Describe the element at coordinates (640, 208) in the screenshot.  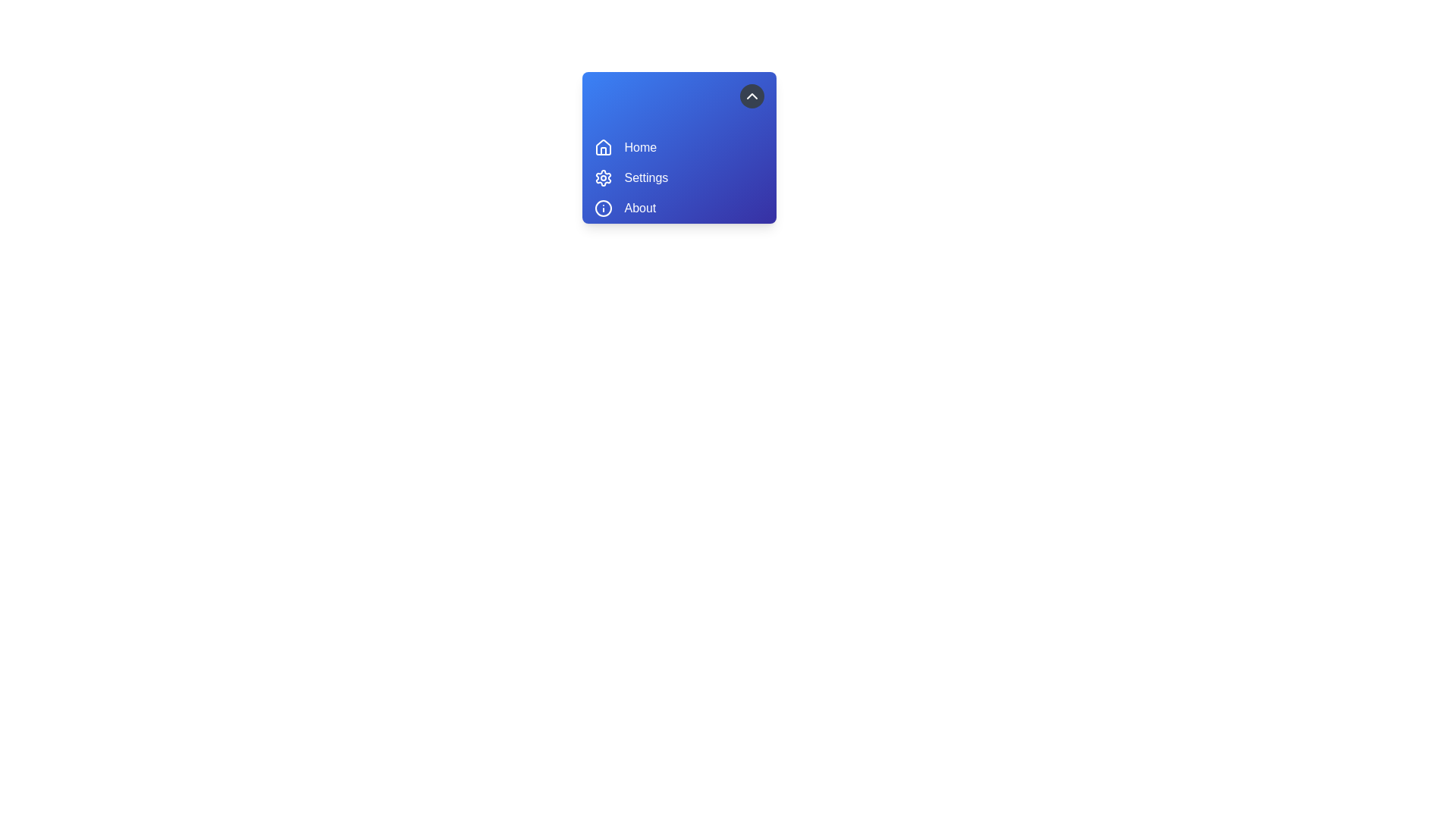
I see `the third item in the dropdown menu labeled 'About'` at that location.